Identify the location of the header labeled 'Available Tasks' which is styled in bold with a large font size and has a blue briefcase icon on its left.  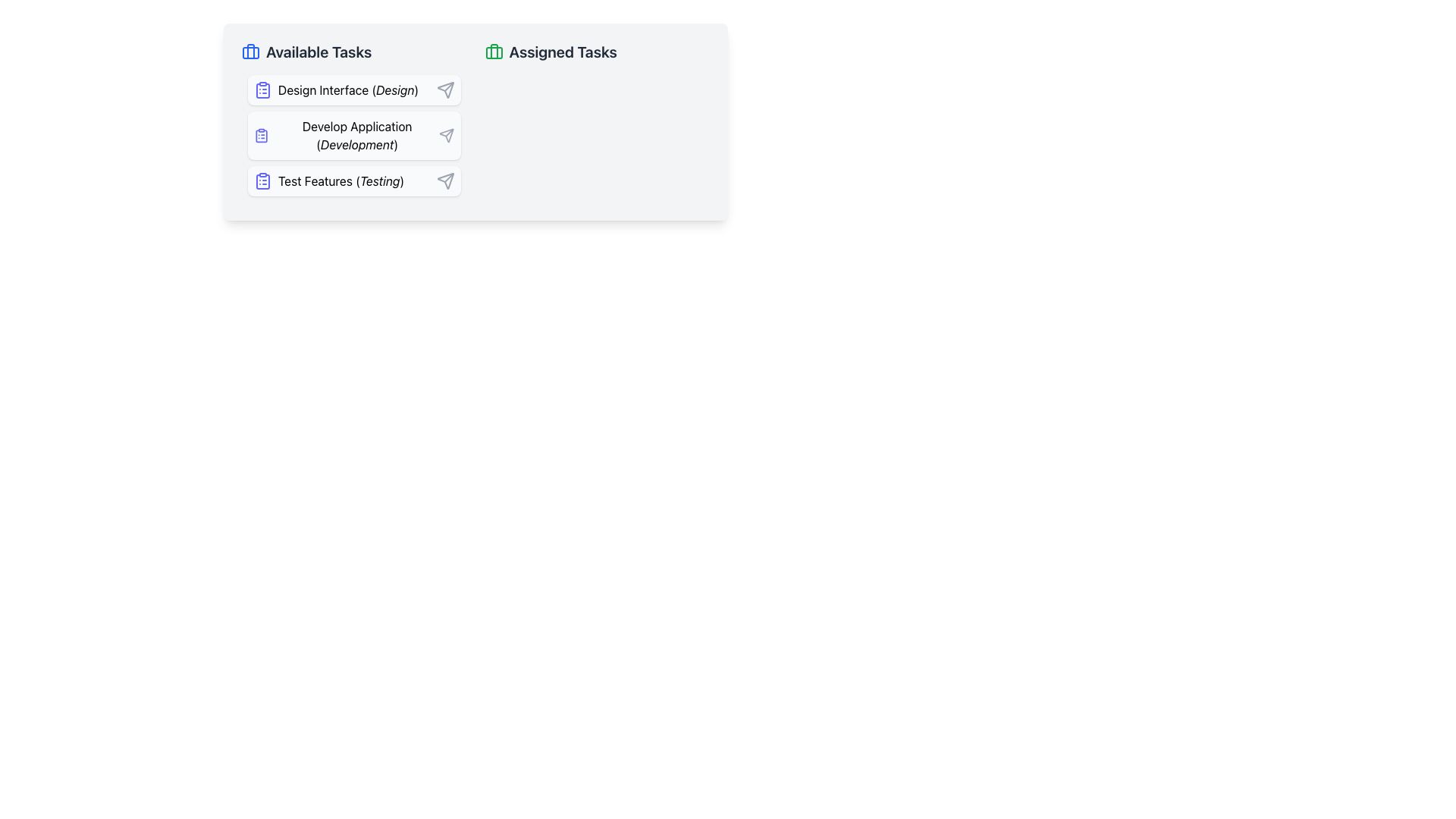
(353, 52).